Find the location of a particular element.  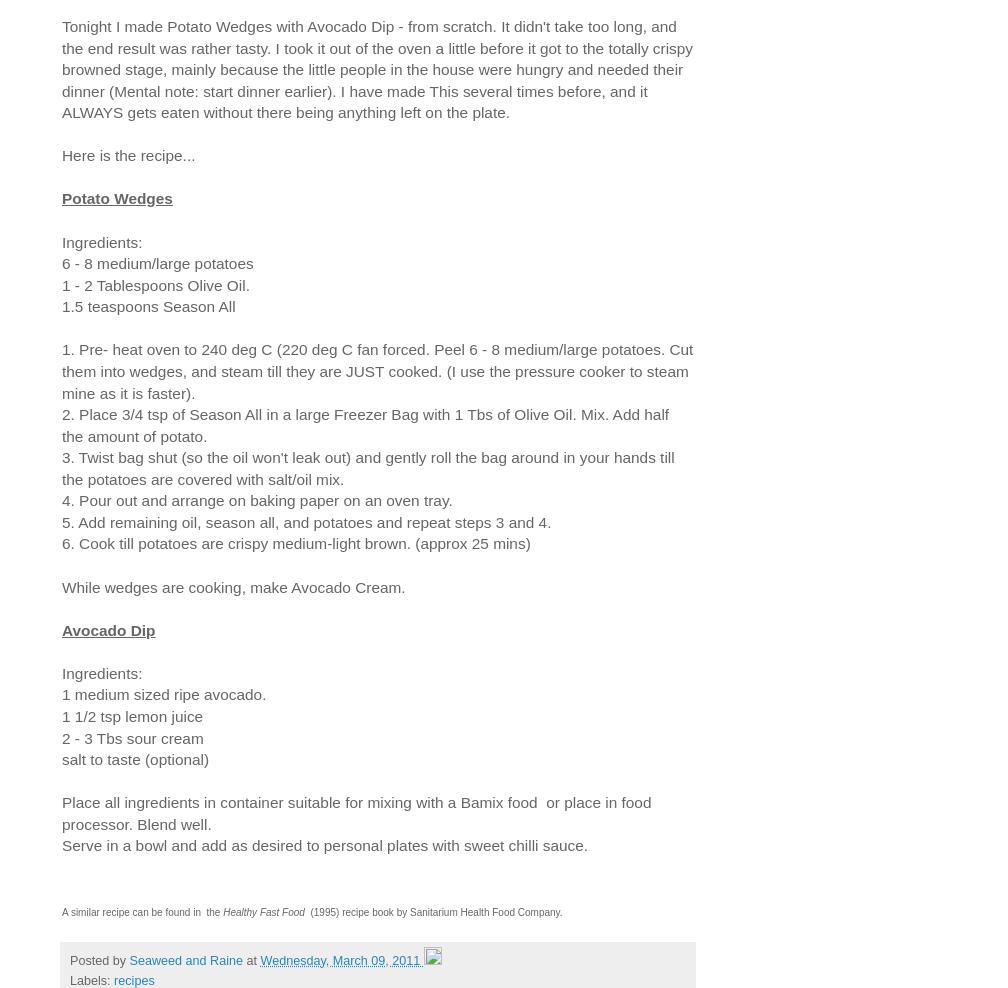

'1.5 teaspoons Season All' is located at coordinates (148, 305).